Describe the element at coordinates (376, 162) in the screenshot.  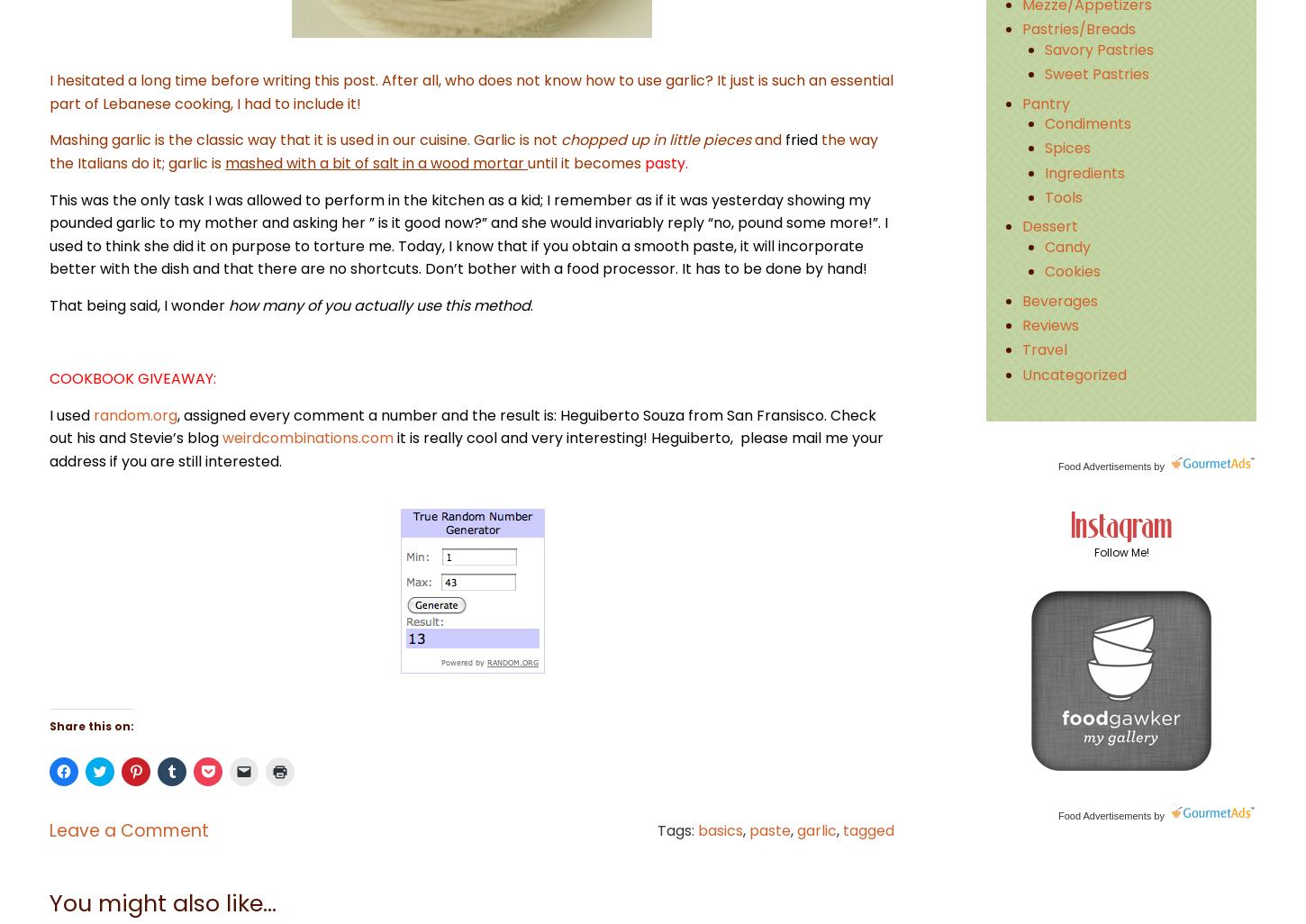
I see `'mashed with a bit of salt in a wood mortar'` at that location.